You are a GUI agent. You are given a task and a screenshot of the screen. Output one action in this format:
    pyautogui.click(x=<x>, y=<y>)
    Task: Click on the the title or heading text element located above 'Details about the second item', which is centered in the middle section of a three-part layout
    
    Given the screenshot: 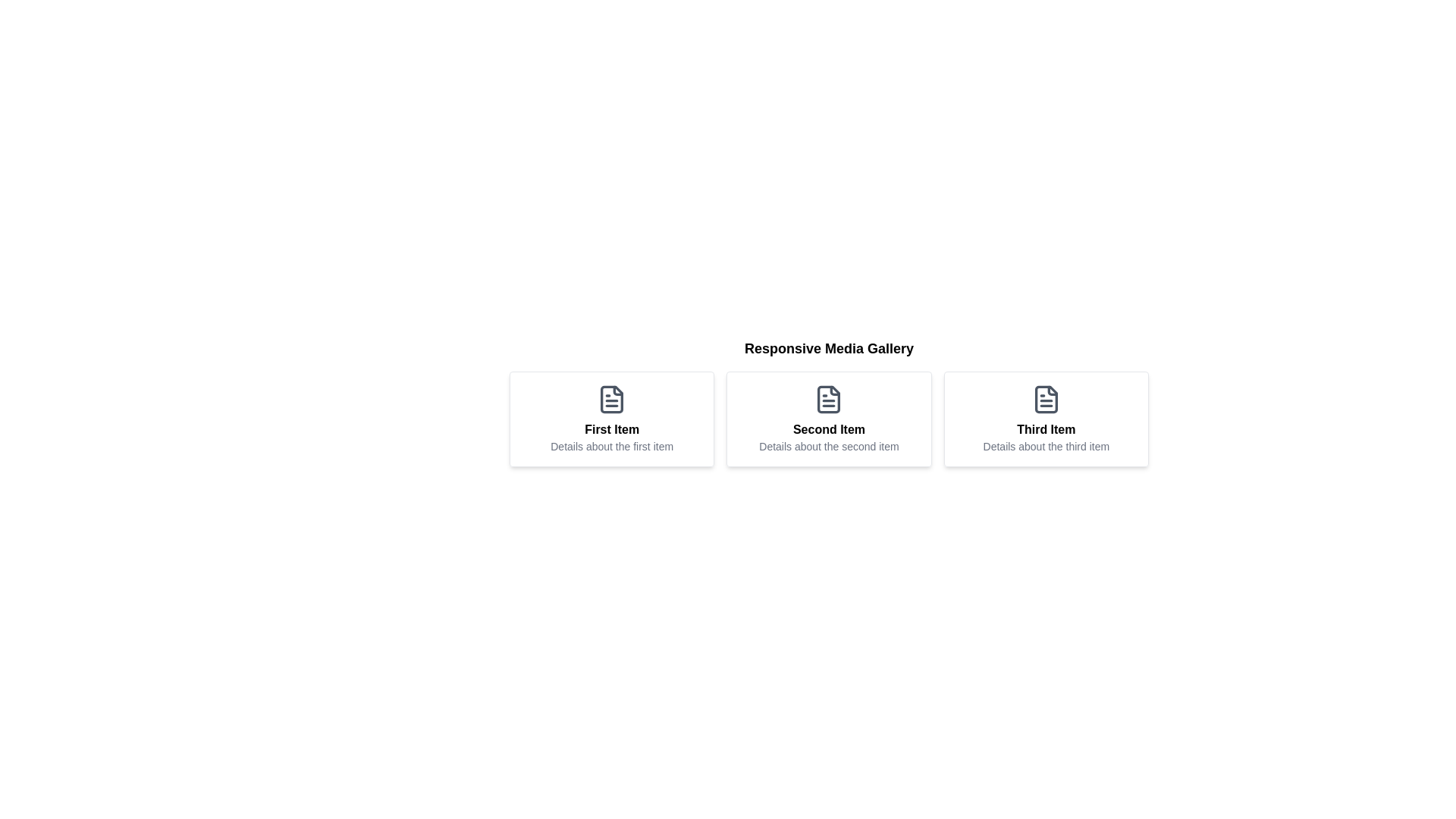 What is the action you would take?
    pyautogui.click(x=828, y=430)
    